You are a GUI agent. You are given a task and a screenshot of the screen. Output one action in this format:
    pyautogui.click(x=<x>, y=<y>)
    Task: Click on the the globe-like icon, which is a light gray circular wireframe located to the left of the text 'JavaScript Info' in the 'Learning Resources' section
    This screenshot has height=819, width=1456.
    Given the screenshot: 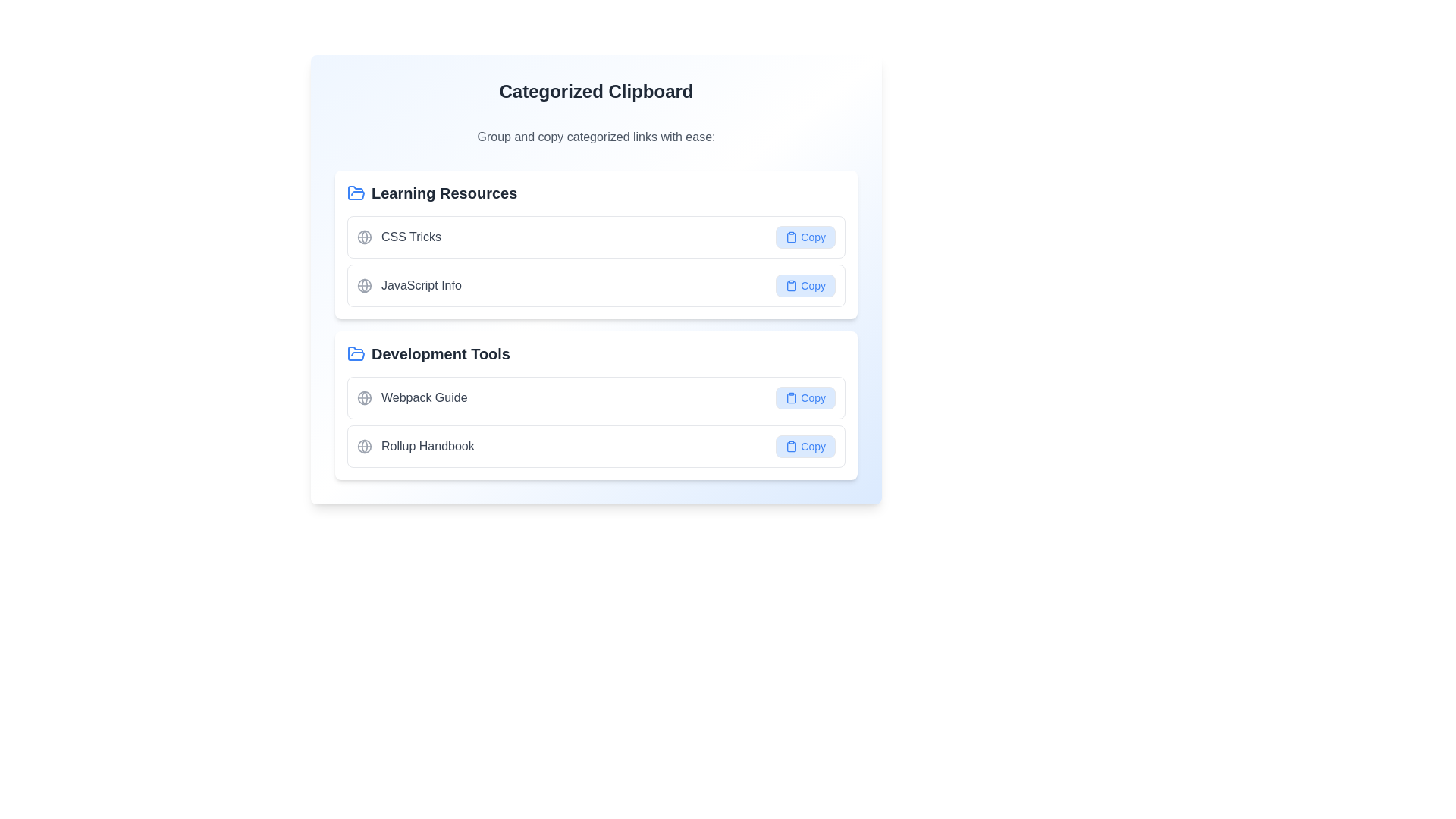 What is the action you would take?
    pyautogui.click(x=364, y=286)
    